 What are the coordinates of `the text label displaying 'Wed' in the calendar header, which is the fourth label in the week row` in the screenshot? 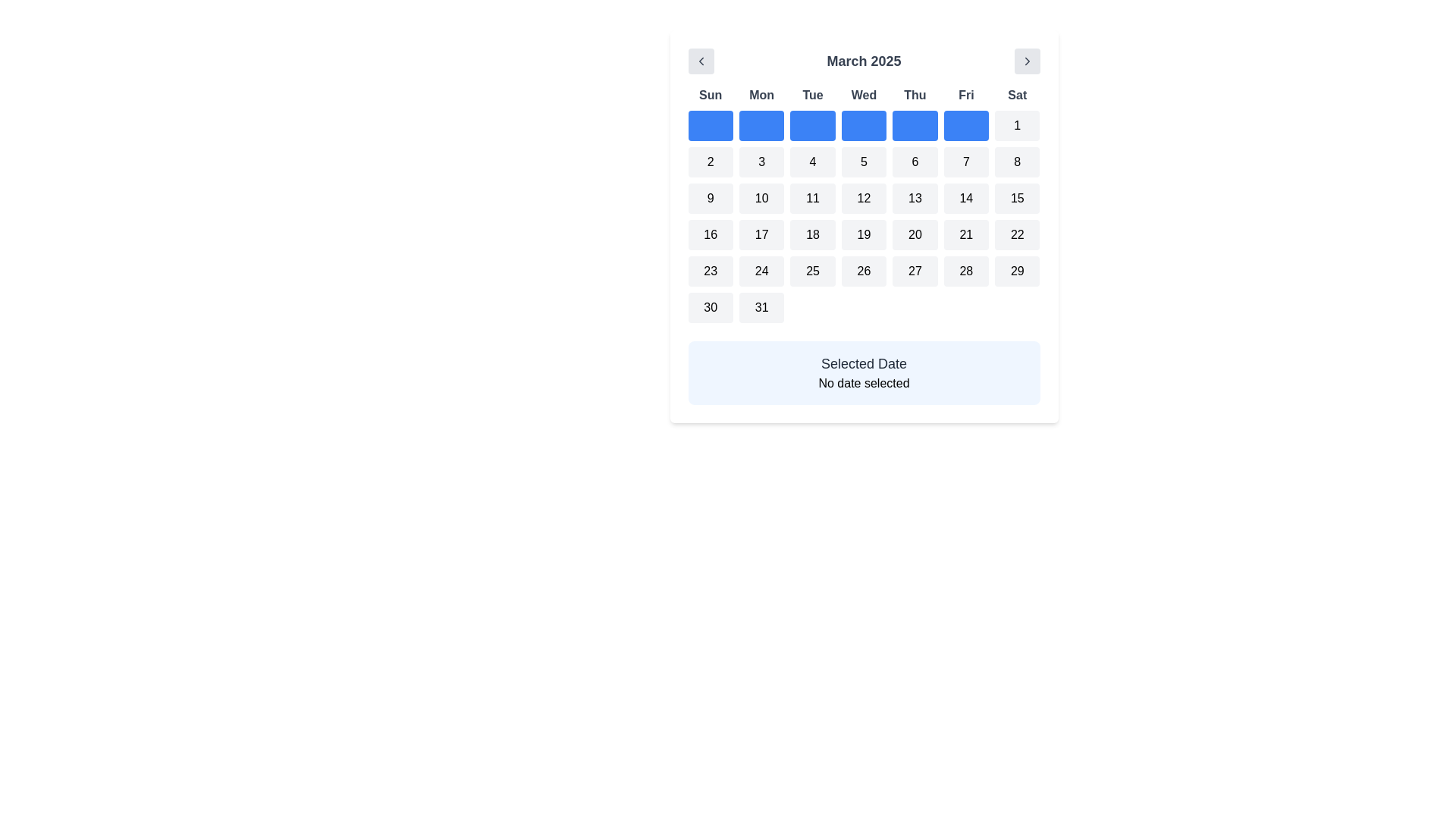 It's located at (864, 96).